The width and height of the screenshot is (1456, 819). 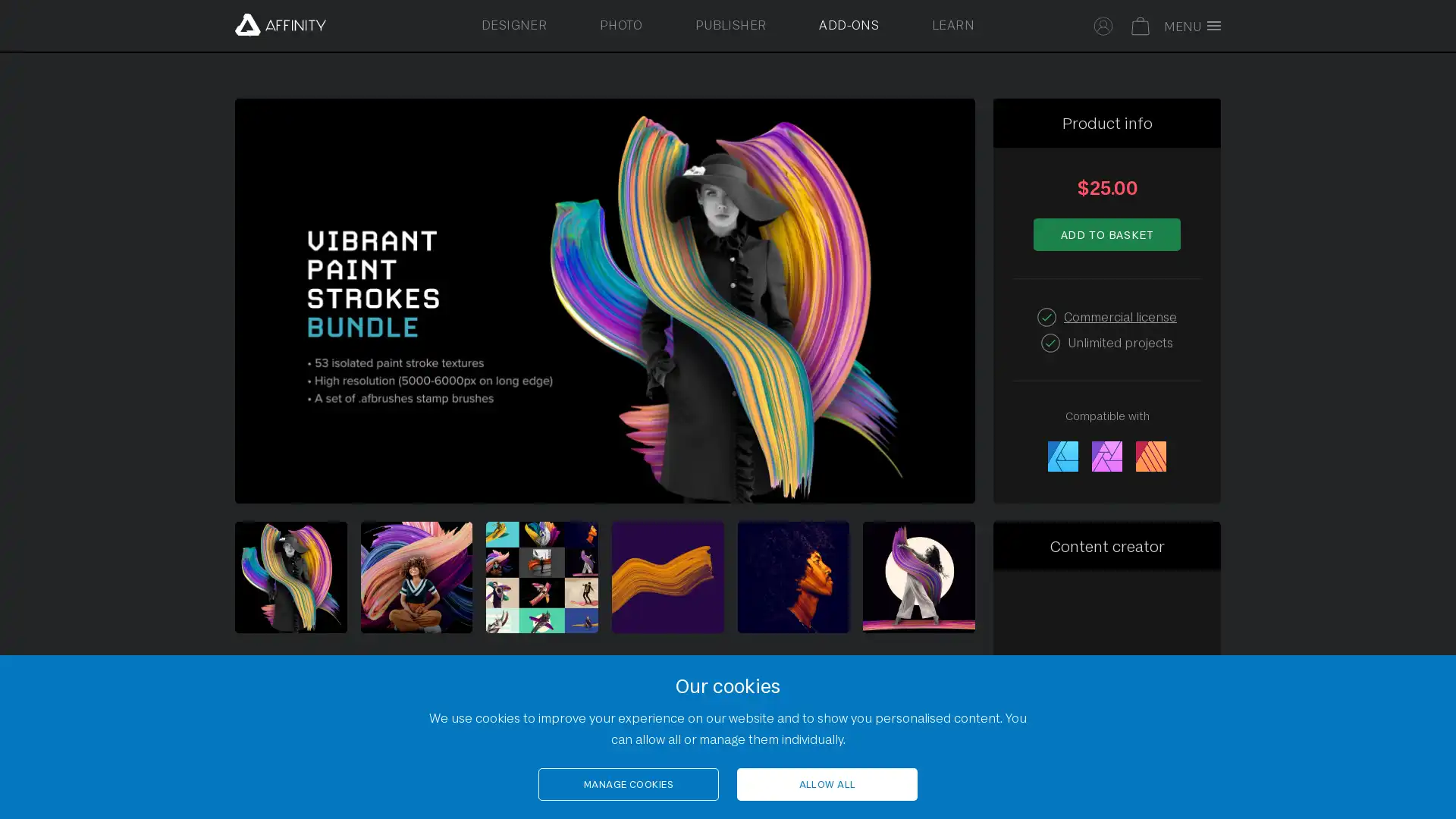 What do you see at coordinates (416, 576) in the screenshot?
I see `Select to view image 2` at bounding box center [416, 576].